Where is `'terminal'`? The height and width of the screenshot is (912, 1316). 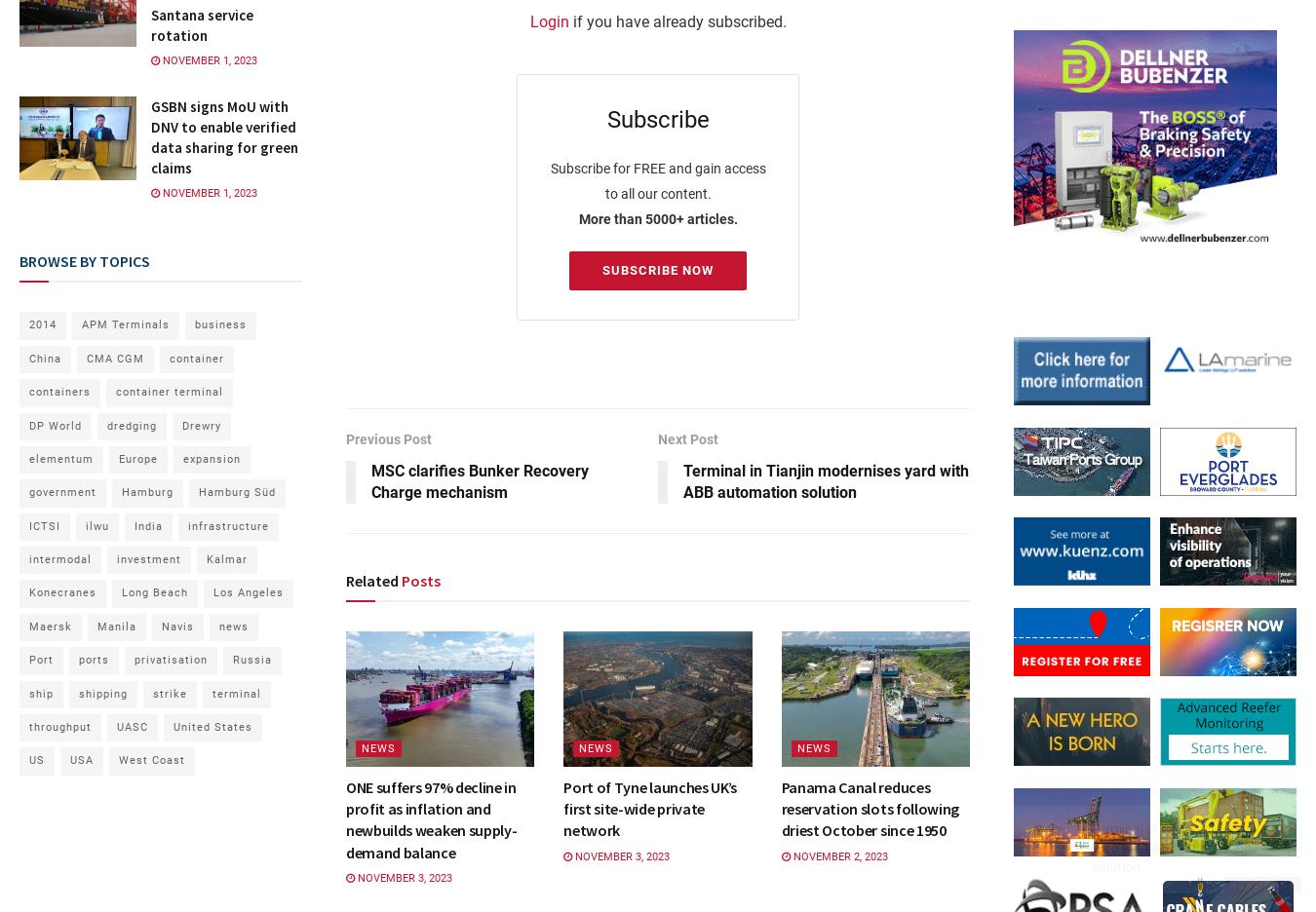 'terminal' is located at coordinates (236, 692).